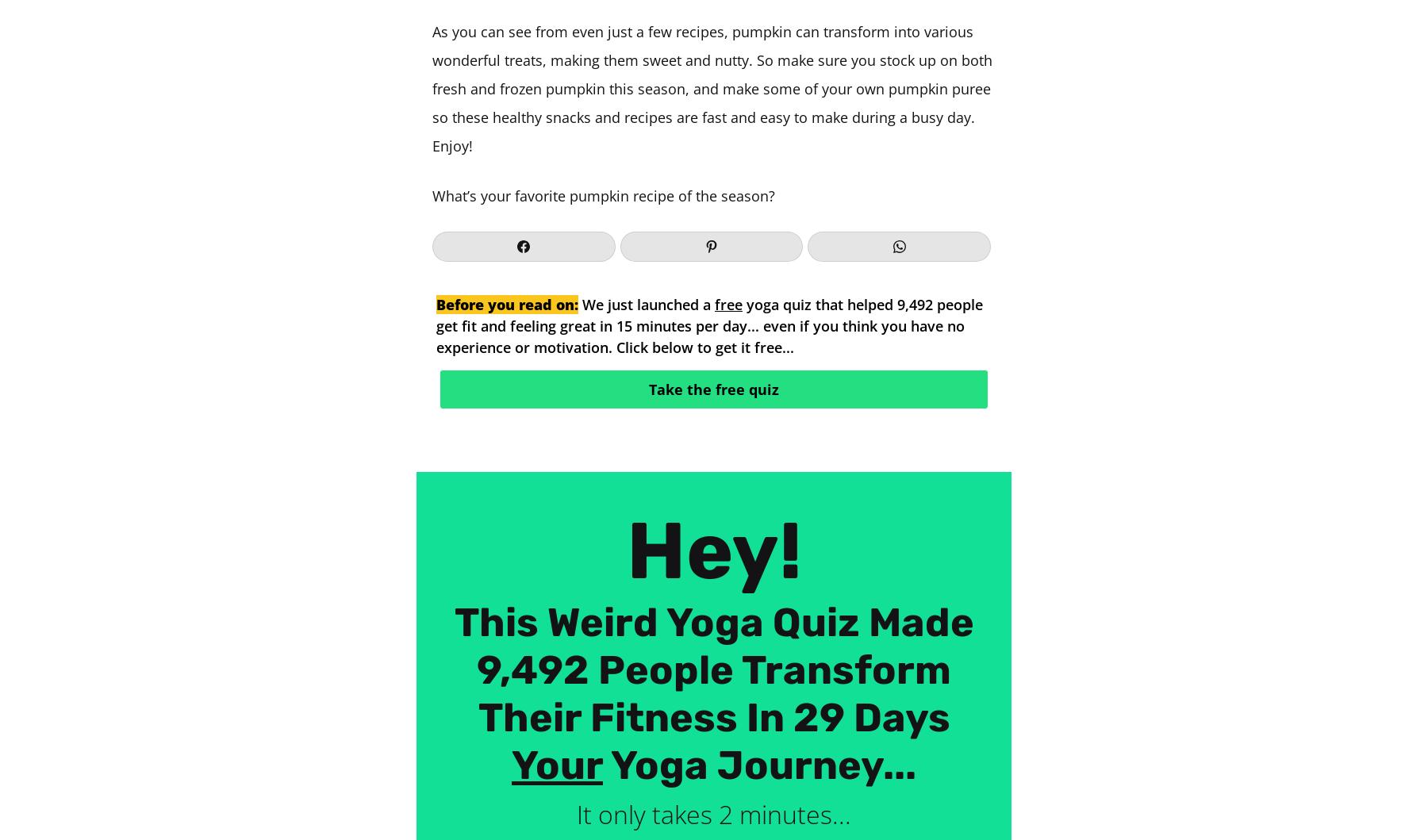  I want to click on 'Before you read on:', so click(507, 303).